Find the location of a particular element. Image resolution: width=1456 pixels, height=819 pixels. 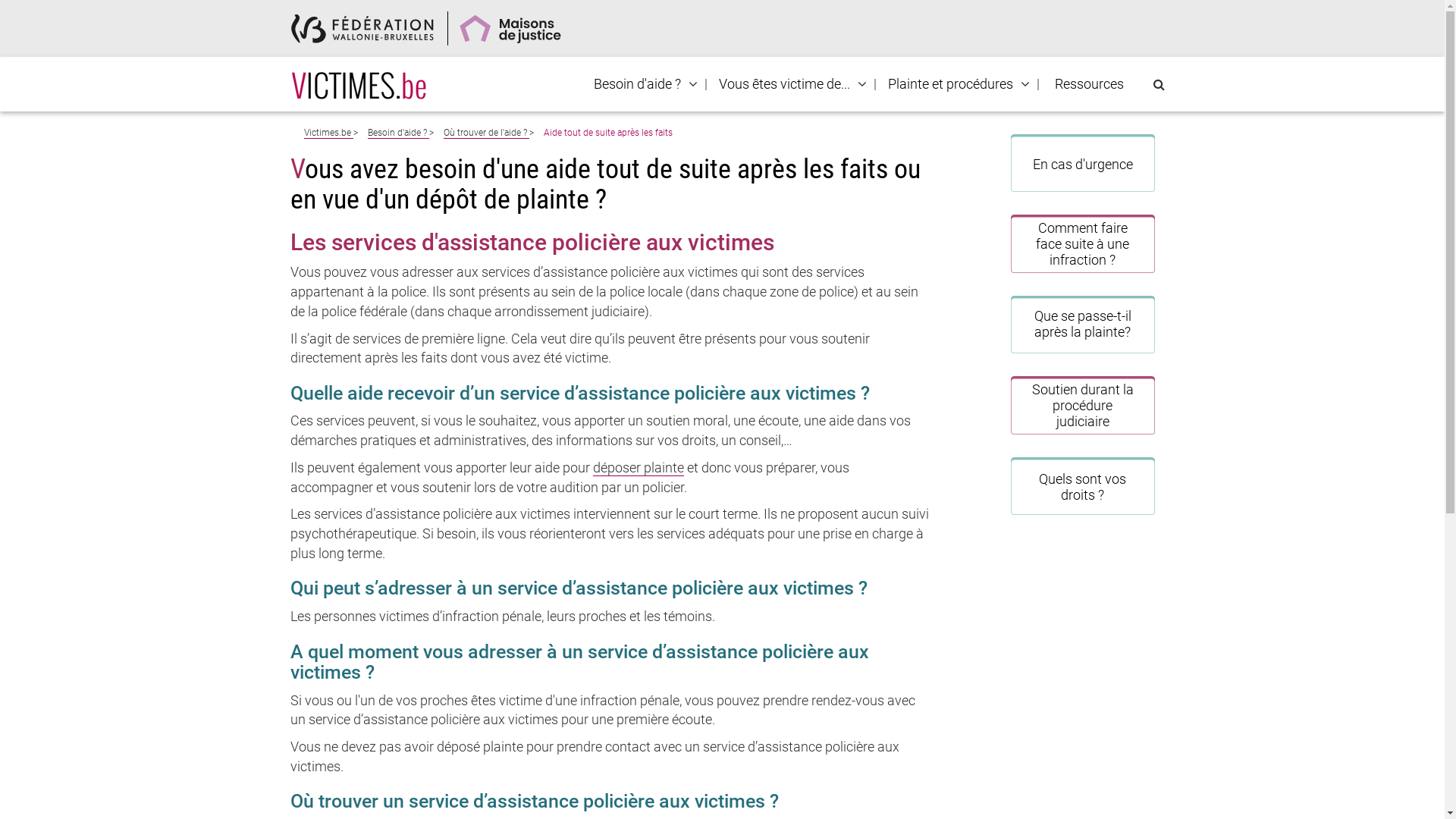

'Besoin d'aide ?' is located at coordinates (397, 132).